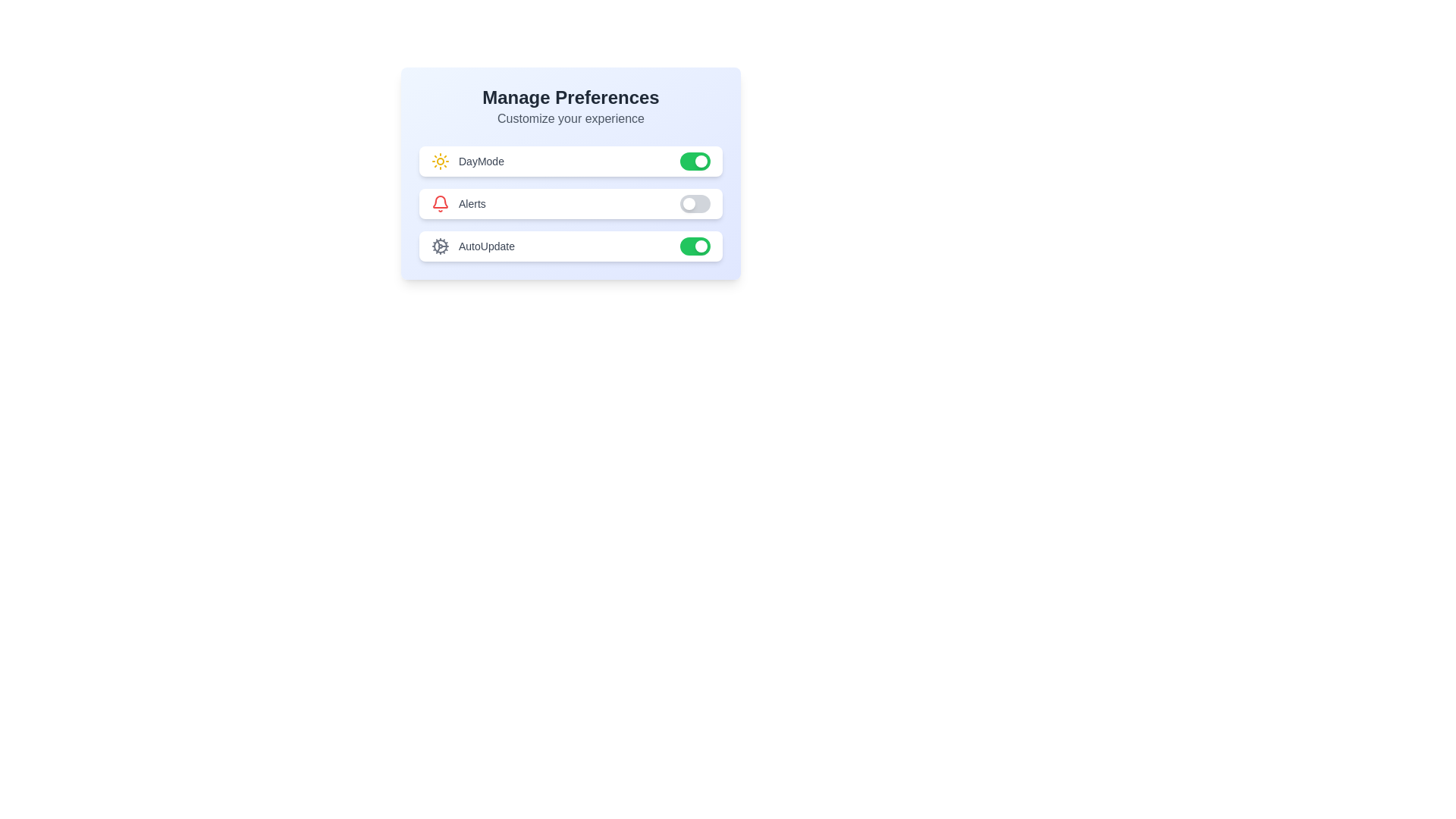 This screenshot has width=1456, height=819. I want to click on the 'DayMode' toggleable list item, so click(570, 161).